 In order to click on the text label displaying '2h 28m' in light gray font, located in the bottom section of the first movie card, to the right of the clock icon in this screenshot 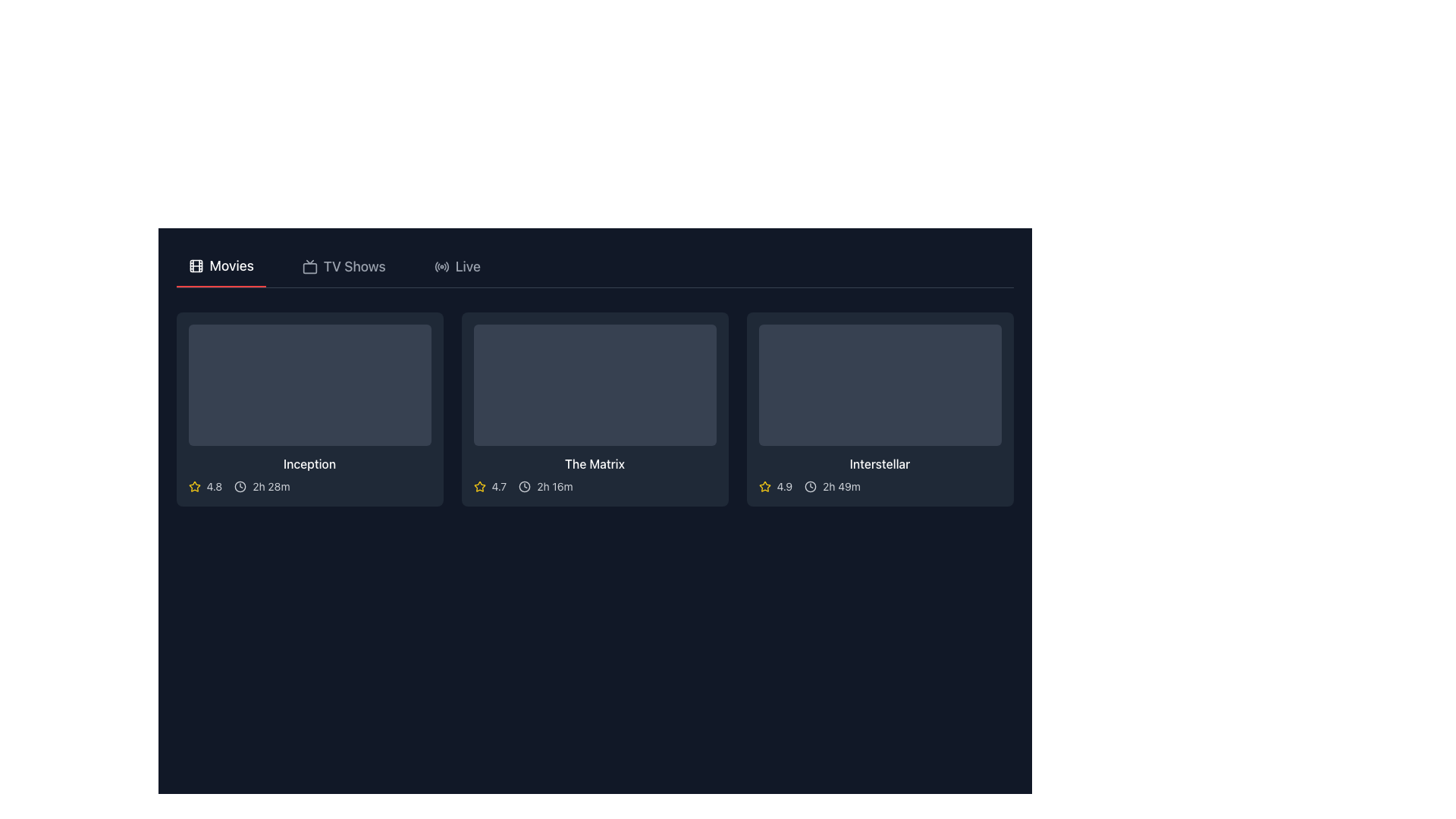, I will do `click(271, 486)`.